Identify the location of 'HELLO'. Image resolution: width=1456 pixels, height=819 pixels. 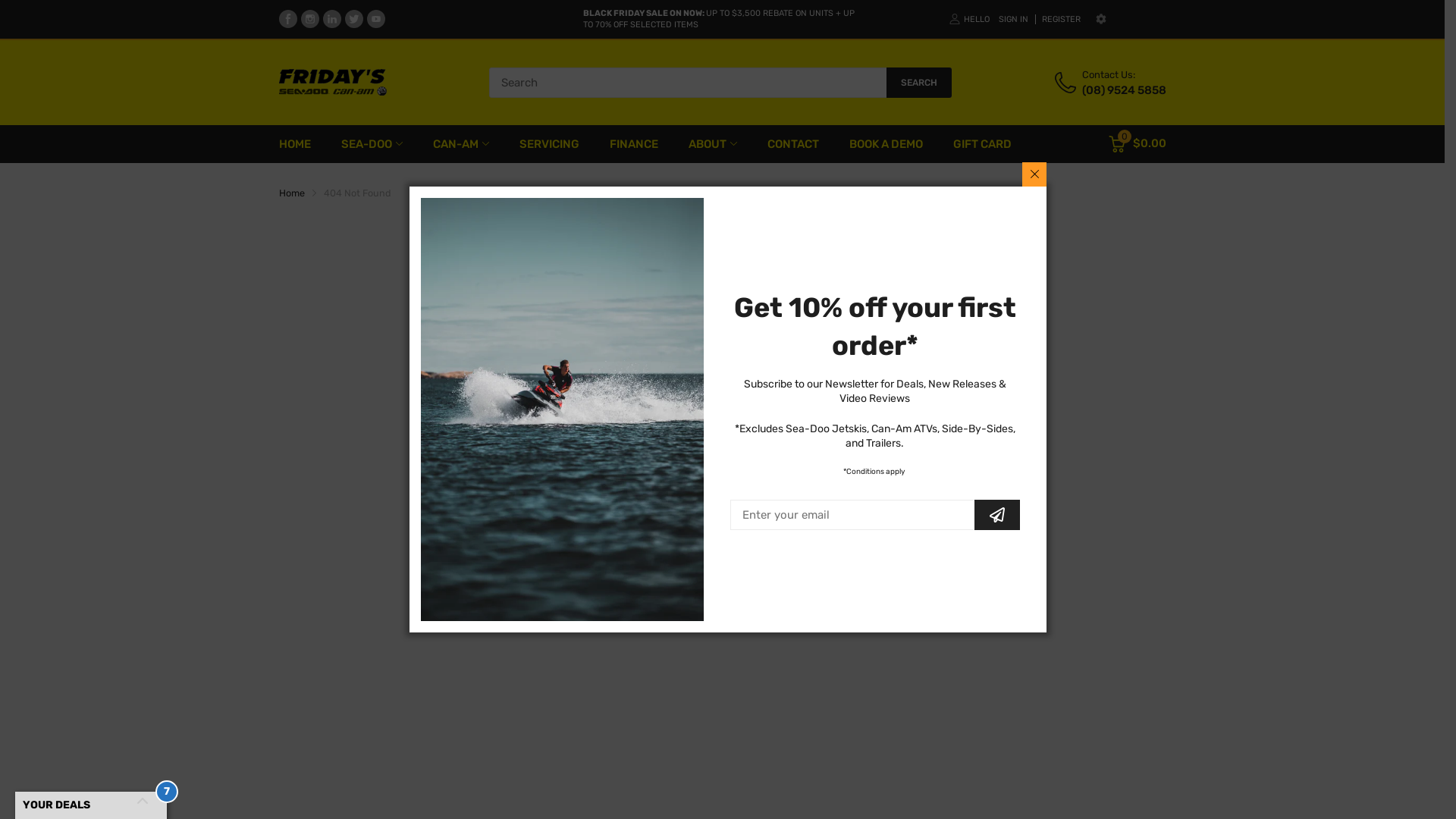
(968, 19).